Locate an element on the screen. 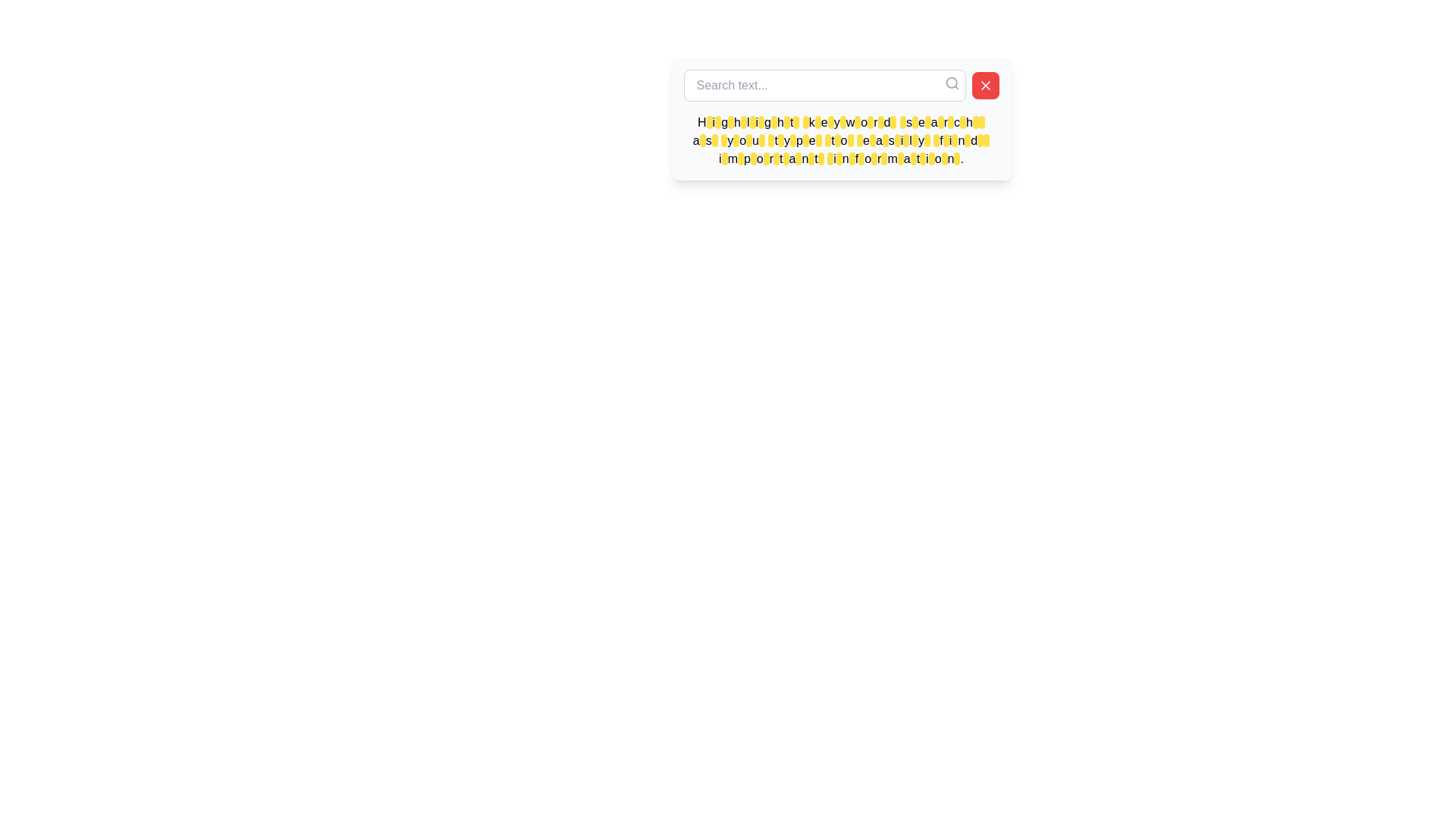 This screenshot has width=1456, height=819. the Text Highlight element which is a small rectangle with a yellow background and black text, positioned within the highlighted phrase 'Highlight keyword search as you type to easily find important information.' is located at coordinates (723, 140).